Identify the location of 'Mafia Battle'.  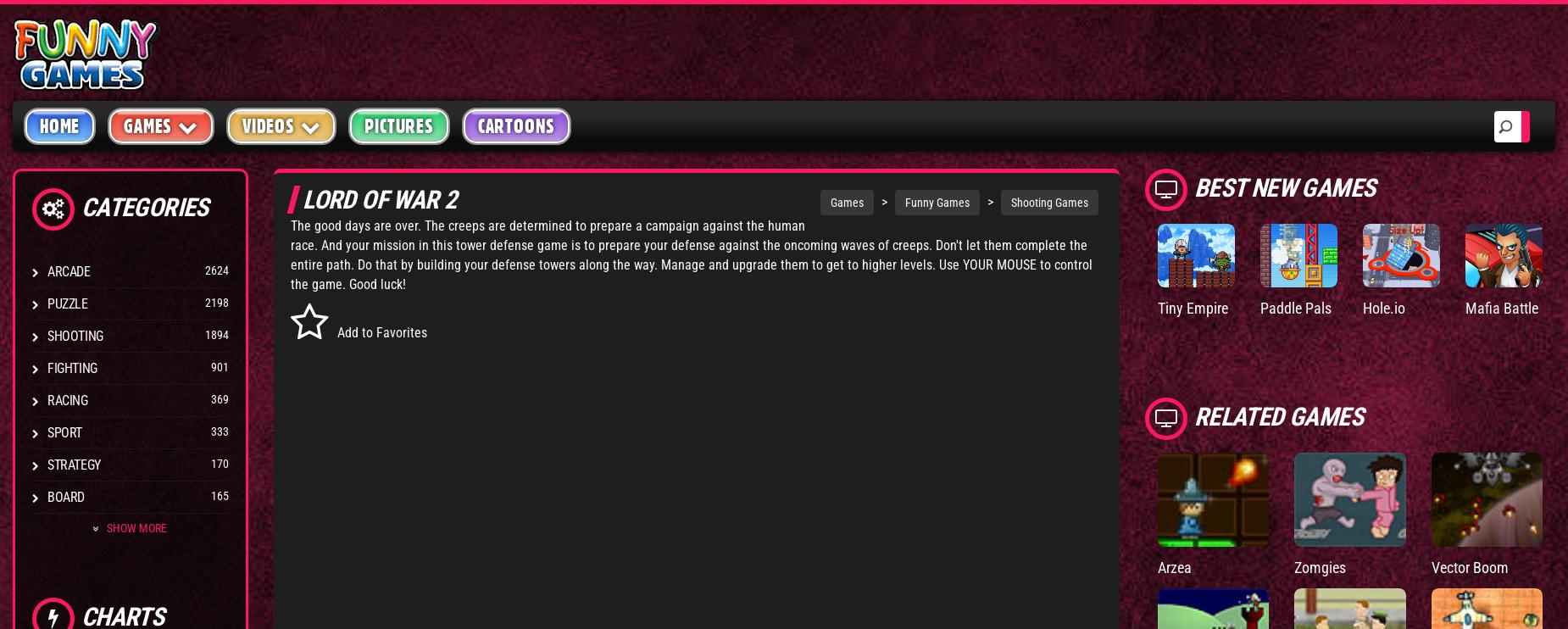
(1501, 308).